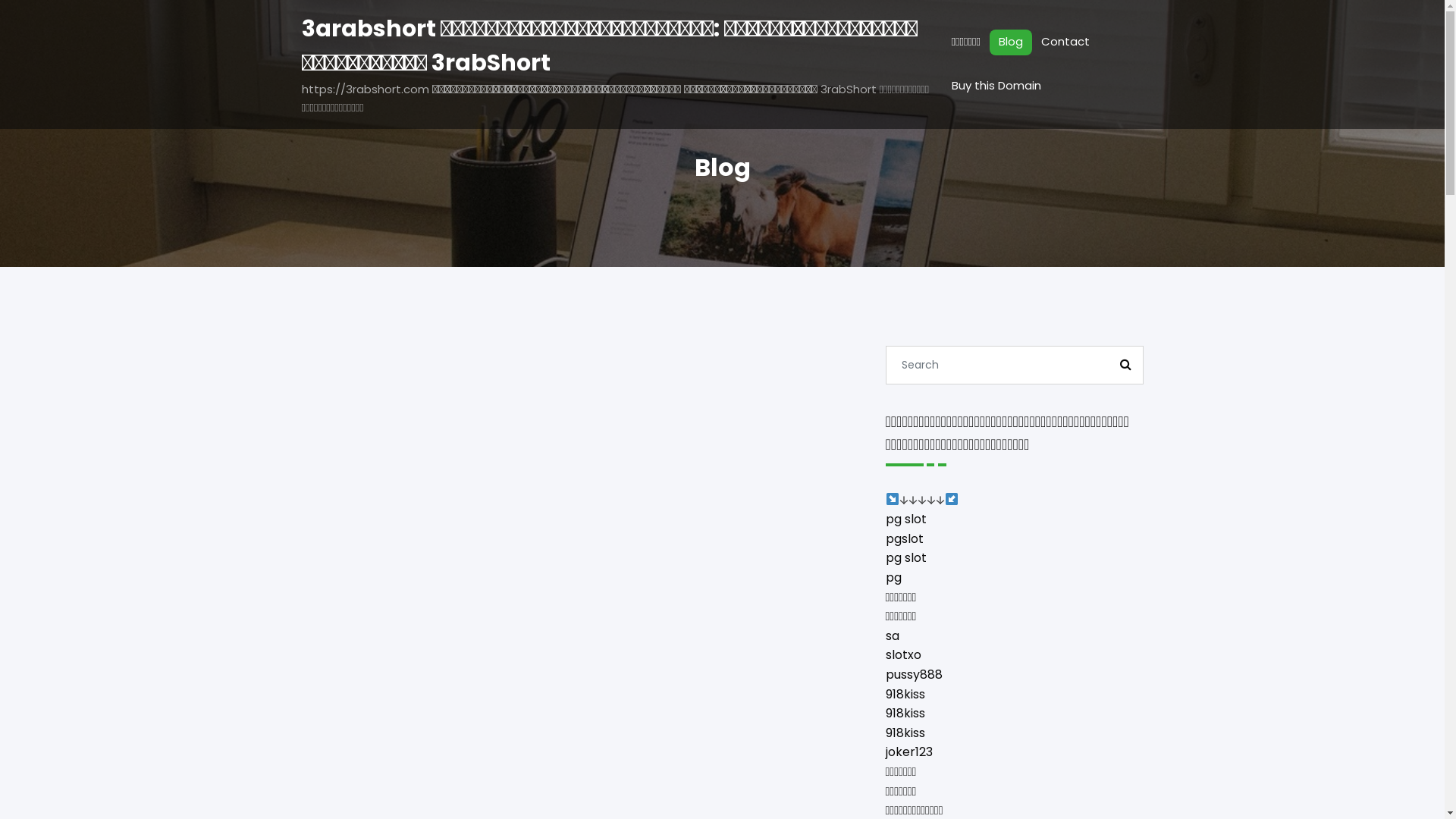 The image size is (1456, 819). Describe the element at coordinates (906, 518) in the screenshot. I see `'pg slot'` at that location.